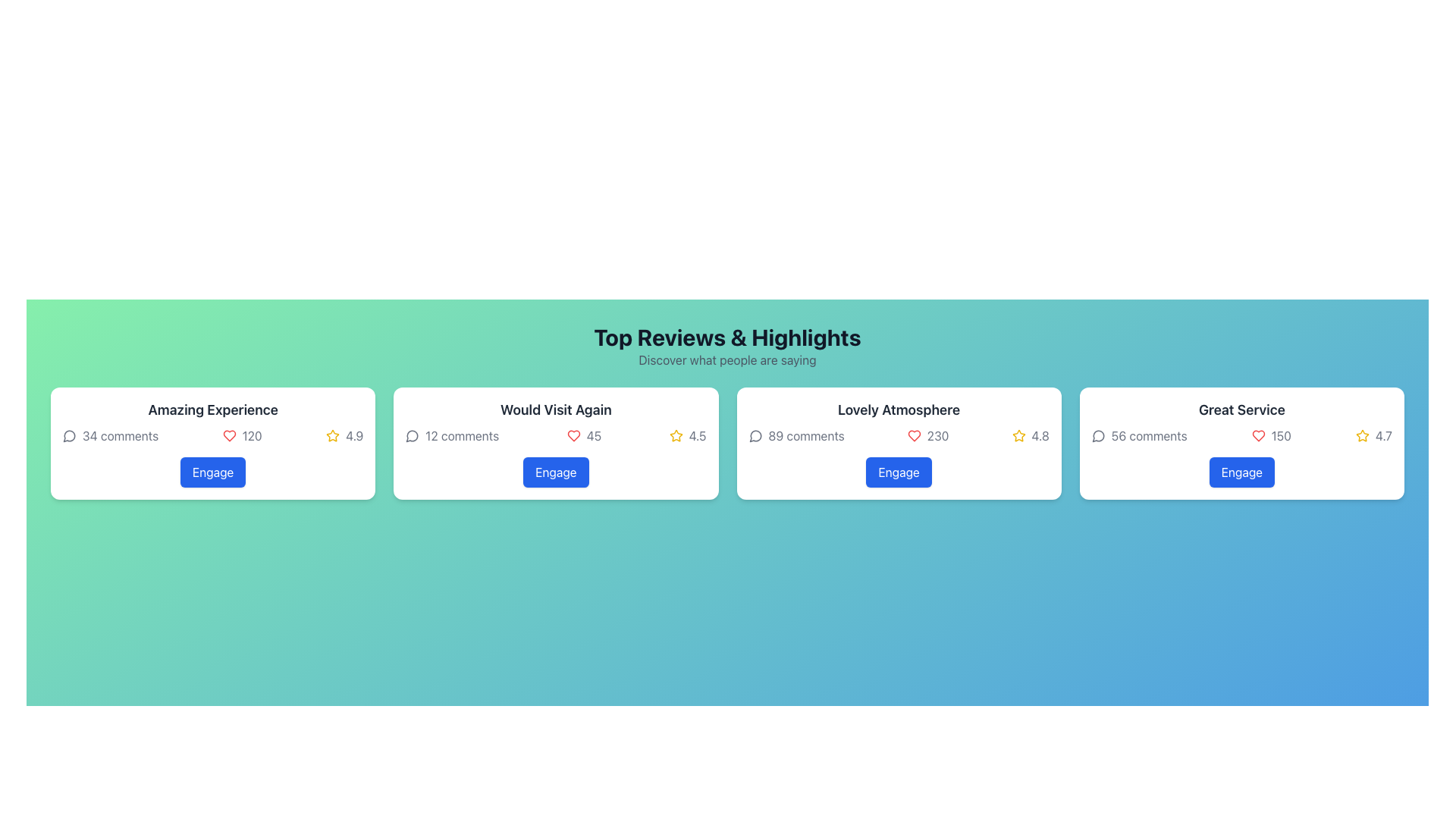 The image size is (1456, 819). What do you see at coordinates (1018, 435) in the screenshot?
I see `the star icon representing a rating of 4.8, which is styled with a yellow outline and rounded corners, located on the third card from the left in a row of review cards` at bounding box center [1018, 435].